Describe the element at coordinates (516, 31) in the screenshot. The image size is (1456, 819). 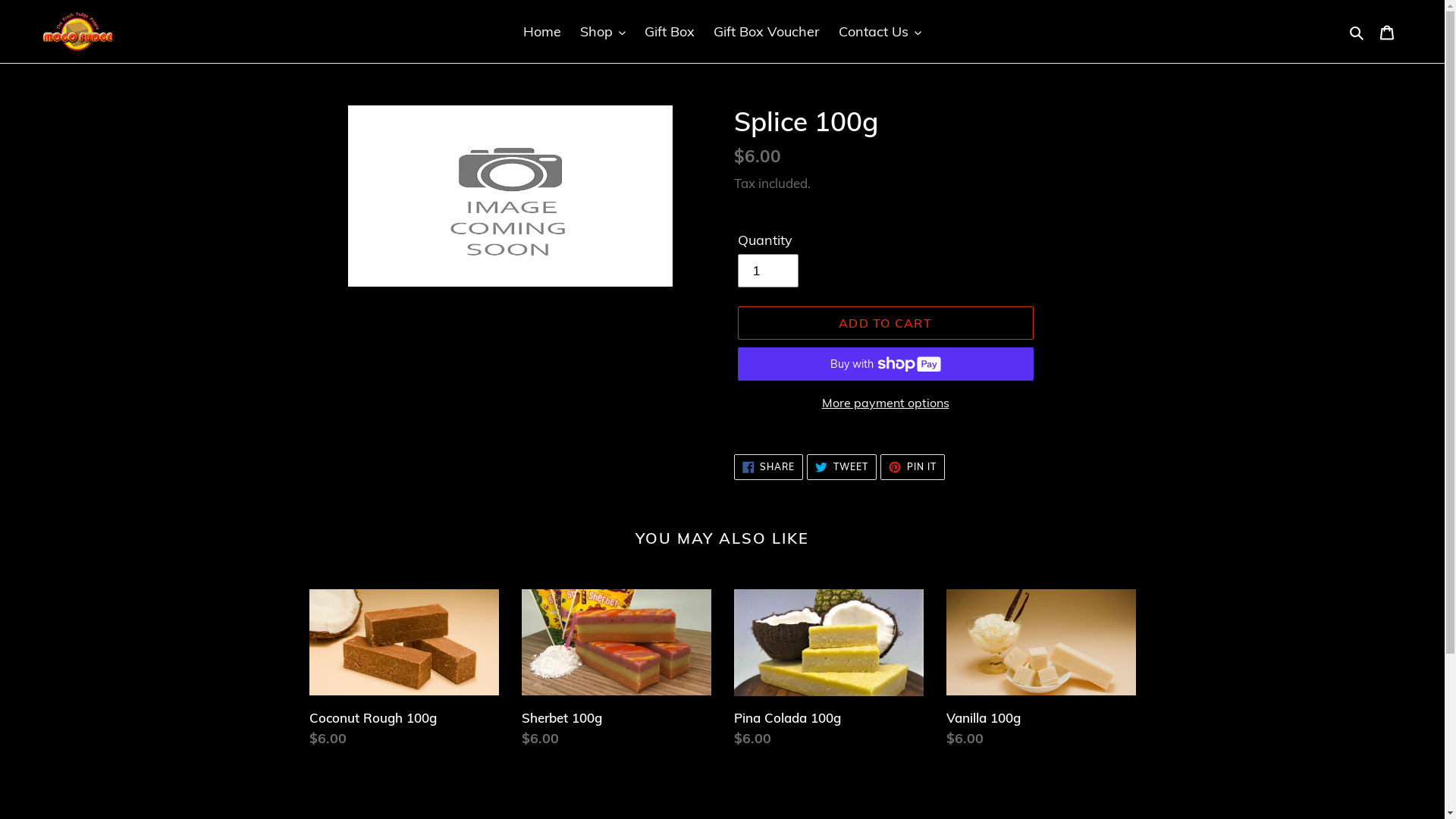
I see `'Home'` at that location.